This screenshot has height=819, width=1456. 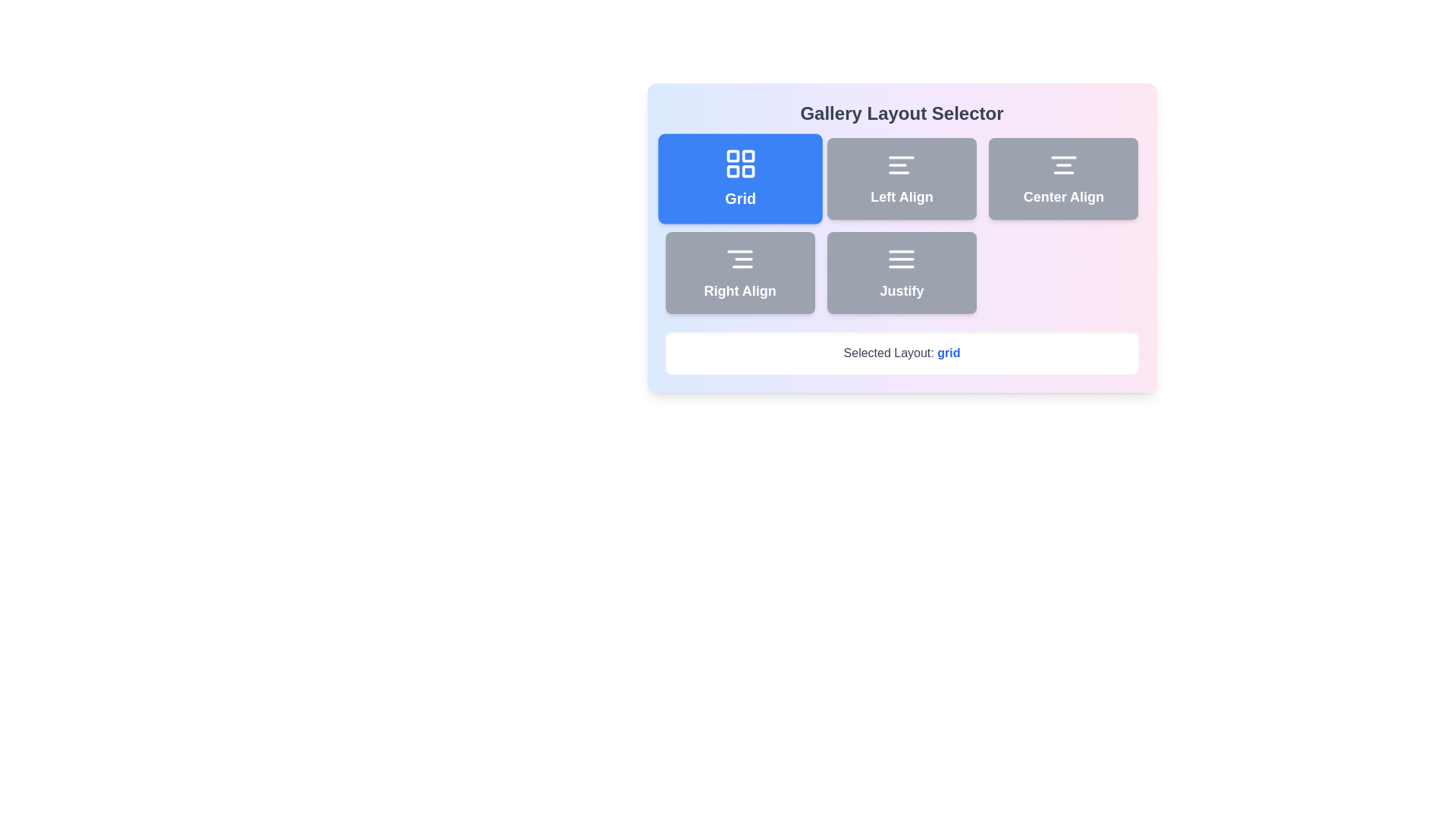 I want to click on the 'Left Align' layout option icon in the Gallery Layout Selector, so click(x=902, y=165).